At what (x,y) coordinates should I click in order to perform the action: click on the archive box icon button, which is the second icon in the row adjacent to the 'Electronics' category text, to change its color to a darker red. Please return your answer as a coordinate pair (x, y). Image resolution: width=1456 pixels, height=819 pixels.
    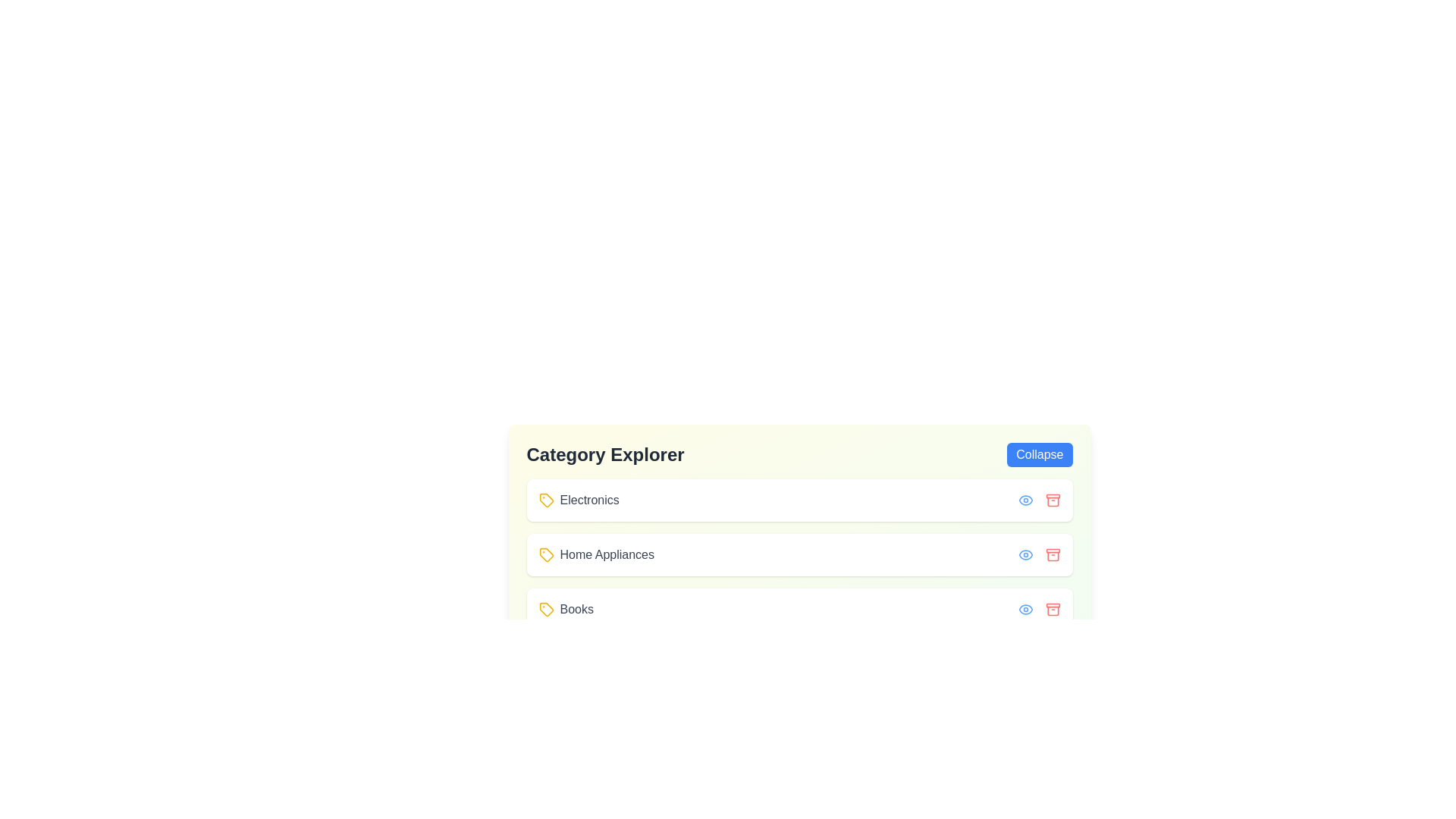
    Looking at the image, I should click on (1052, 500).